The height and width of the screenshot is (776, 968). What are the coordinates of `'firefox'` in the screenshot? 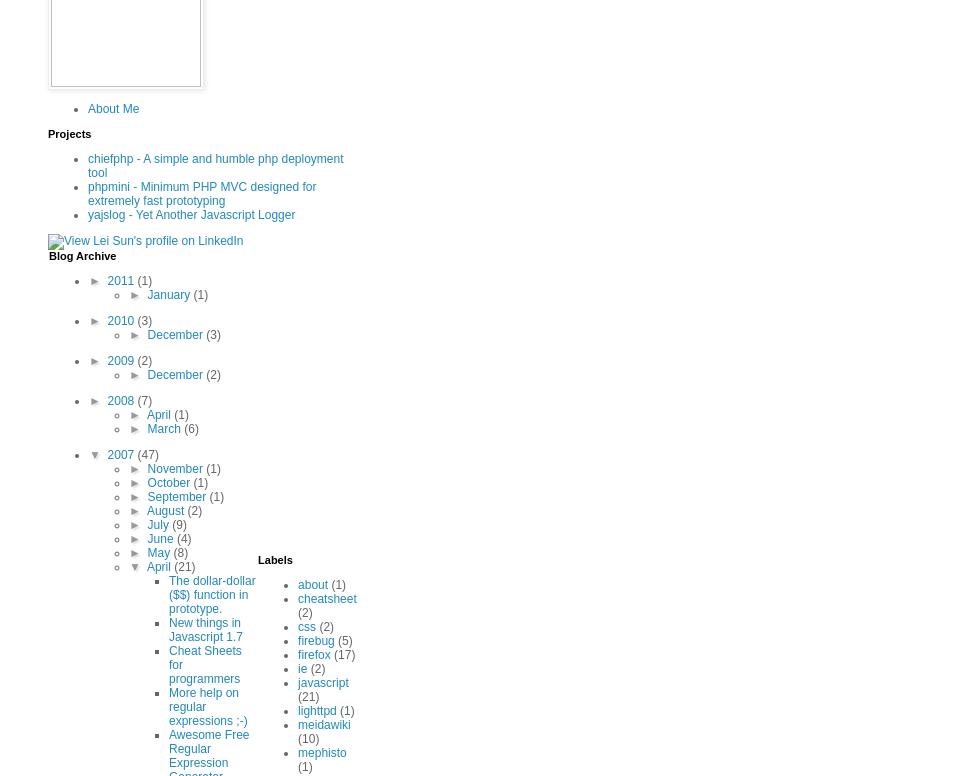 It's located at (313, 653).